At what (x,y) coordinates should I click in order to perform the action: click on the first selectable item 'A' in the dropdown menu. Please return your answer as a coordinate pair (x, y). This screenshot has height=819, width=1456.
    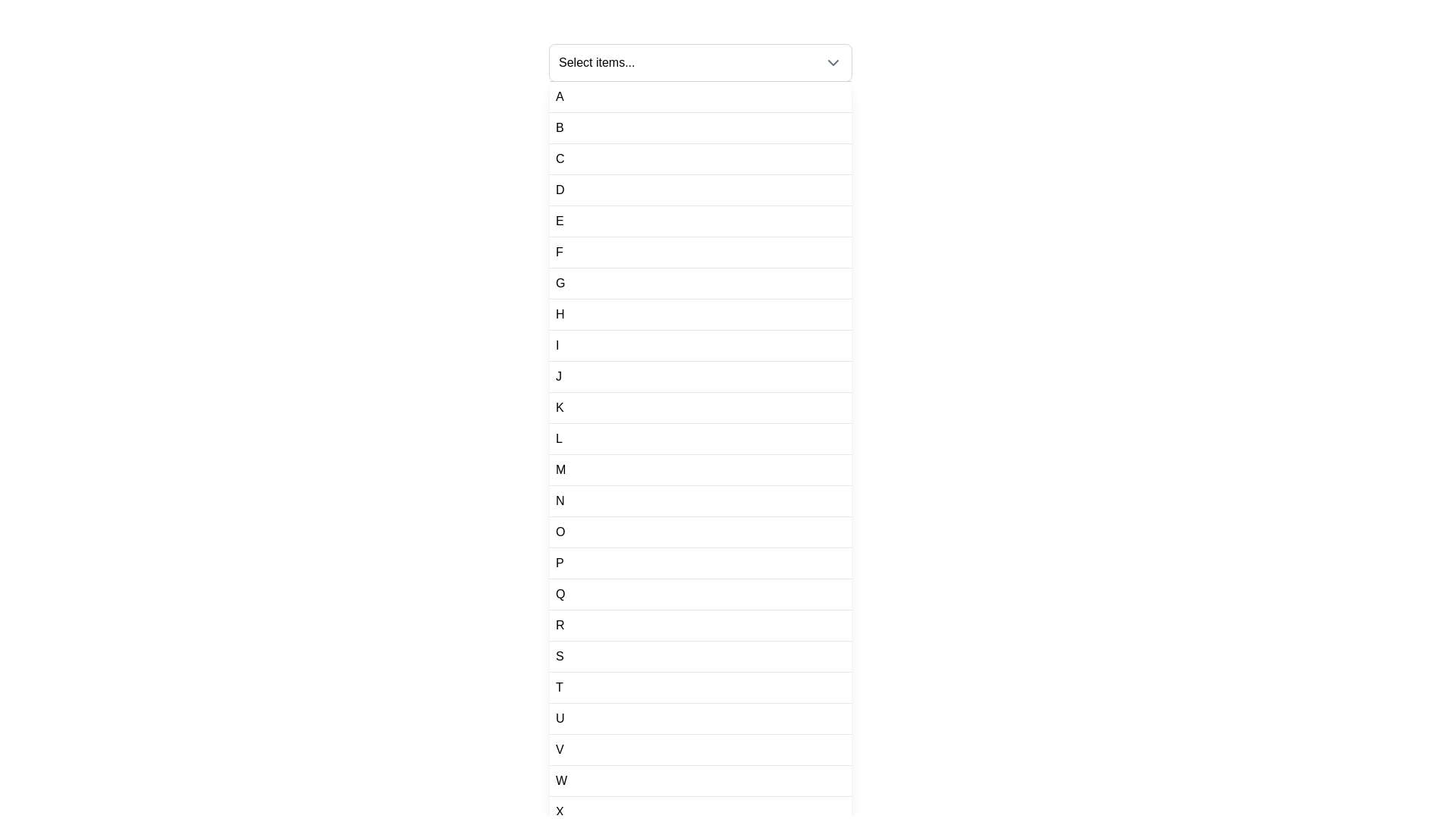
    Looking at the image, I should click on (559, 96).